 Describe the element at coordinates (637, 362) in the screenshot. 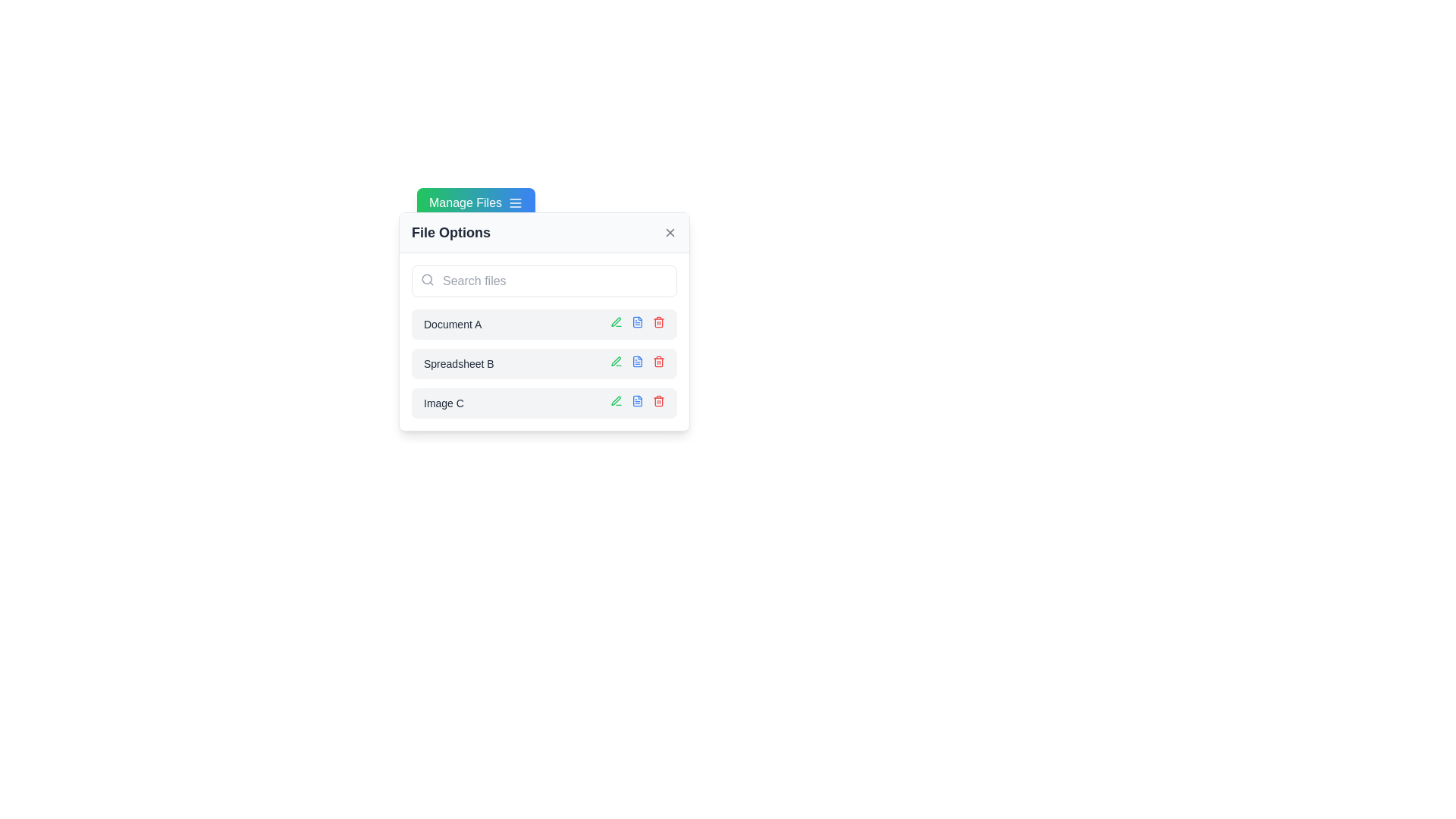

I see `the interactive file icon styled in blue, which is the second icon in a group of three, located between a green edit icon and a red delete icon` at that location.